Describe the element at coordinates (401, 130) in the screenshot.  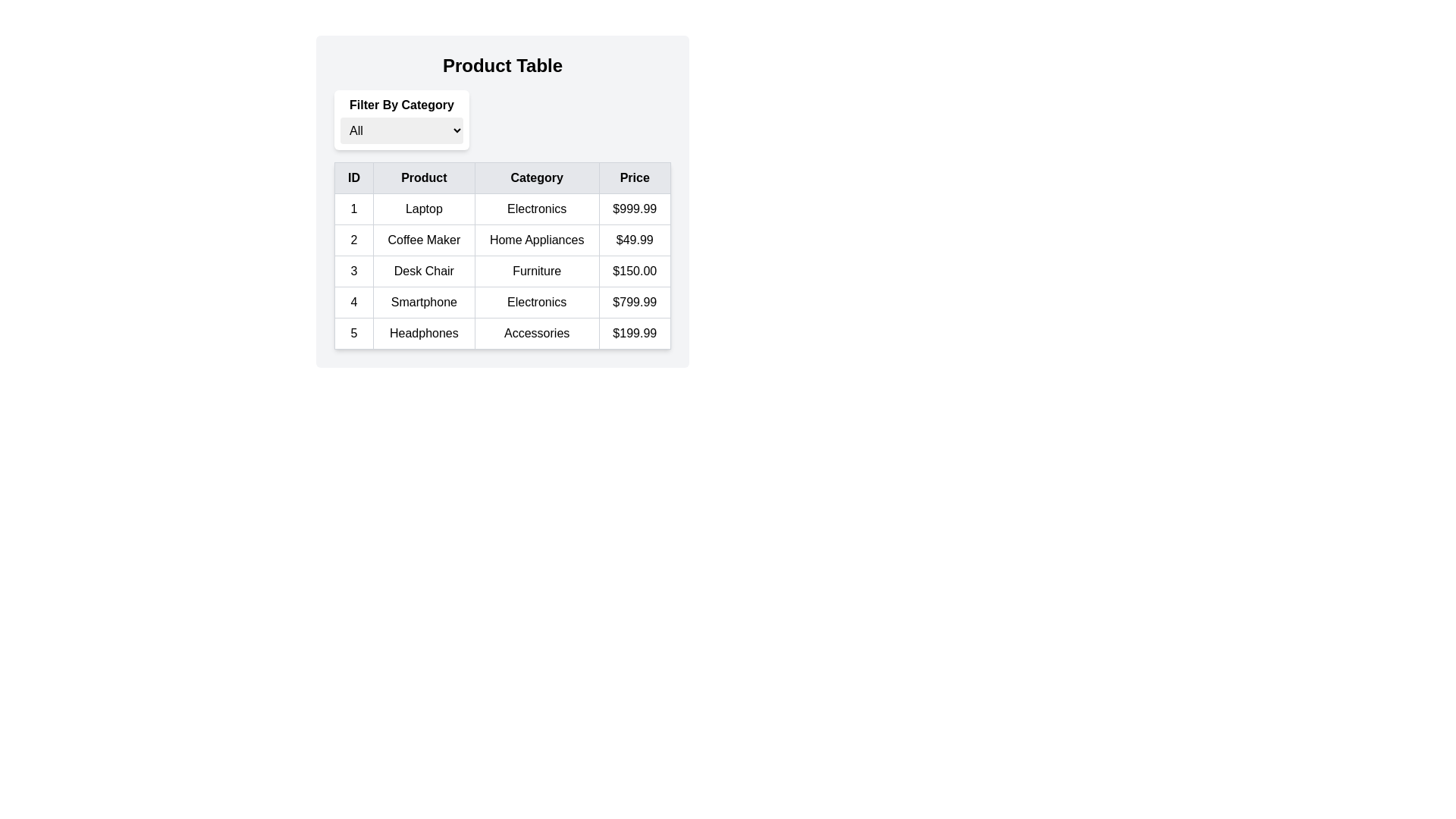
I see `an option from the dropdown menu labeled 'All' located below the 'Filter By Category' label` at that location.